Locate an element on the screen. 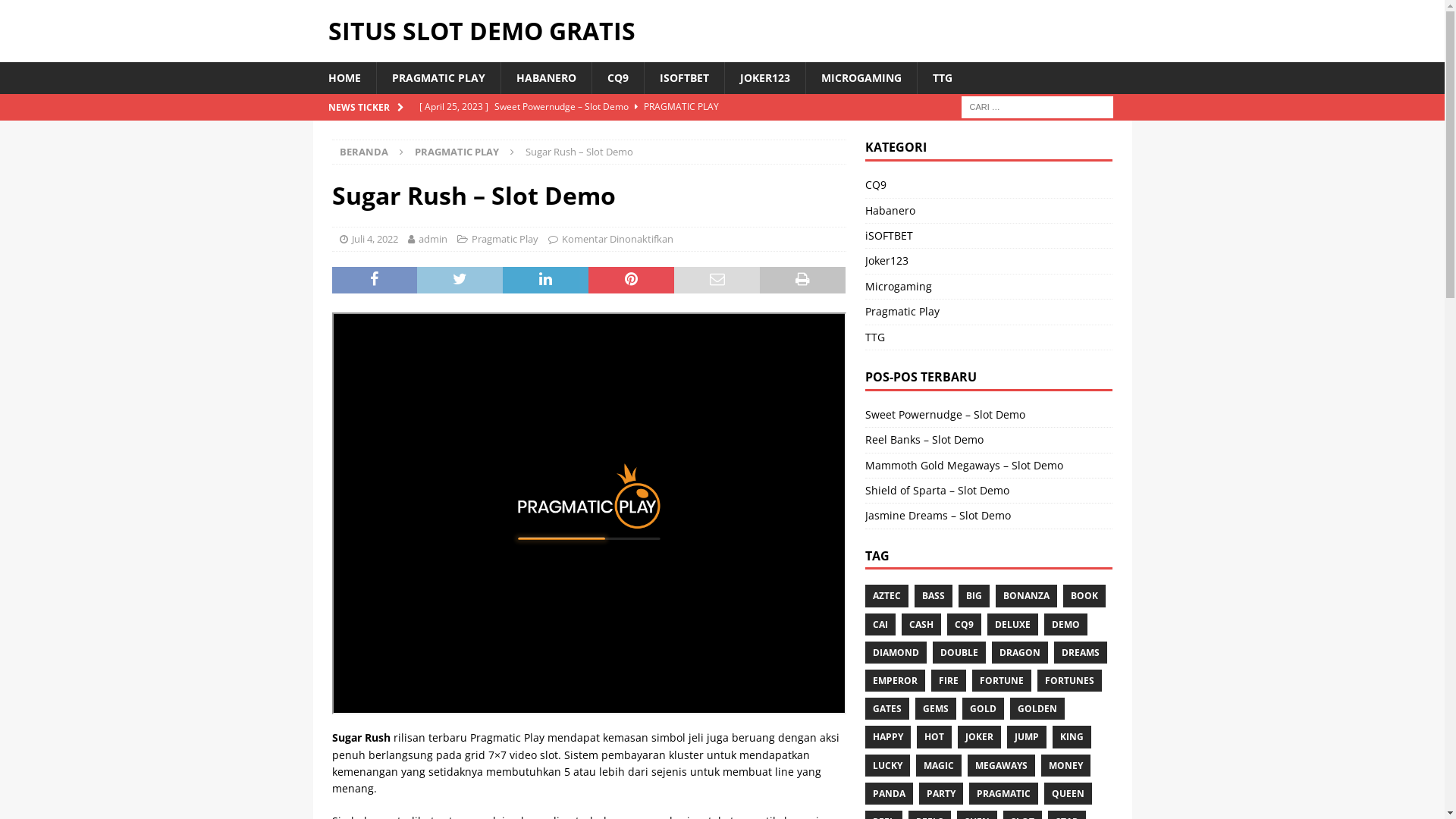 The image size is (1456, 819). 'GOLD' is located at coordinates (983, 708).